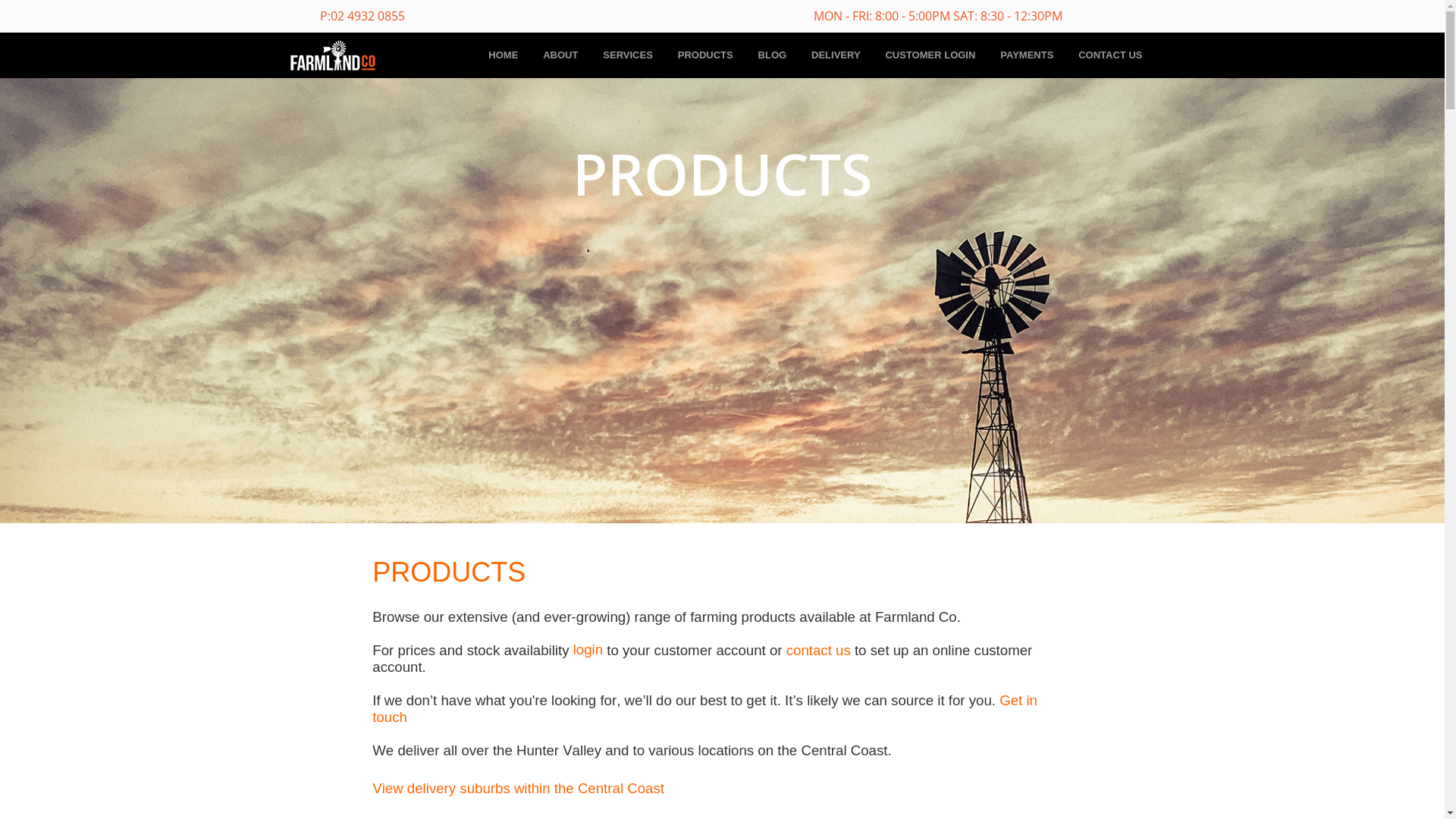 This screenshot has width=1456, height=819. I want to click on 'BLOG', so click(745, 55).